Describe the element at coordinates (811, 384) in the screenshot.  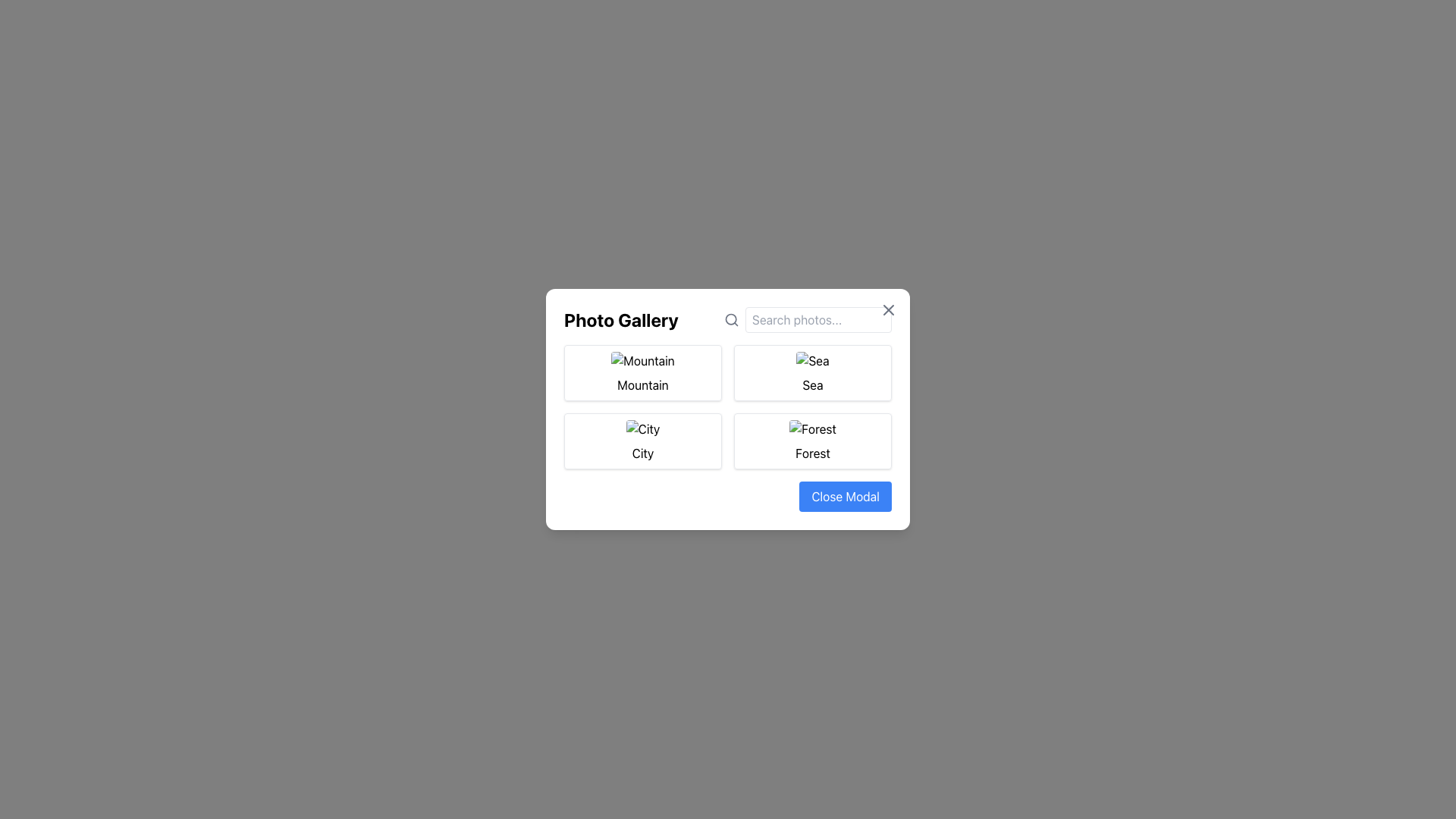
I see `the text label identifying the content as 'Sea' in the top-right section of the modal window` at that location.